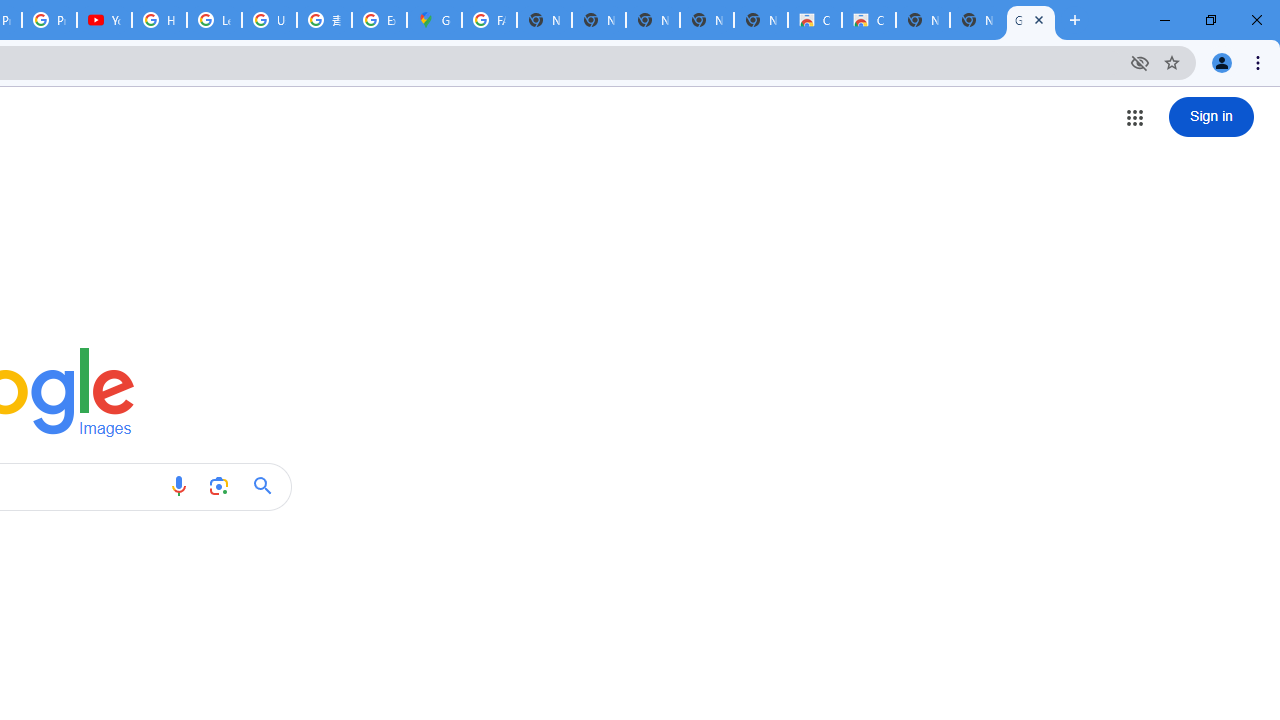 This screenshot has width=1280, height=720. I want to click on 'Explore new street-level details - Google Maps Help', so click(379, 20).